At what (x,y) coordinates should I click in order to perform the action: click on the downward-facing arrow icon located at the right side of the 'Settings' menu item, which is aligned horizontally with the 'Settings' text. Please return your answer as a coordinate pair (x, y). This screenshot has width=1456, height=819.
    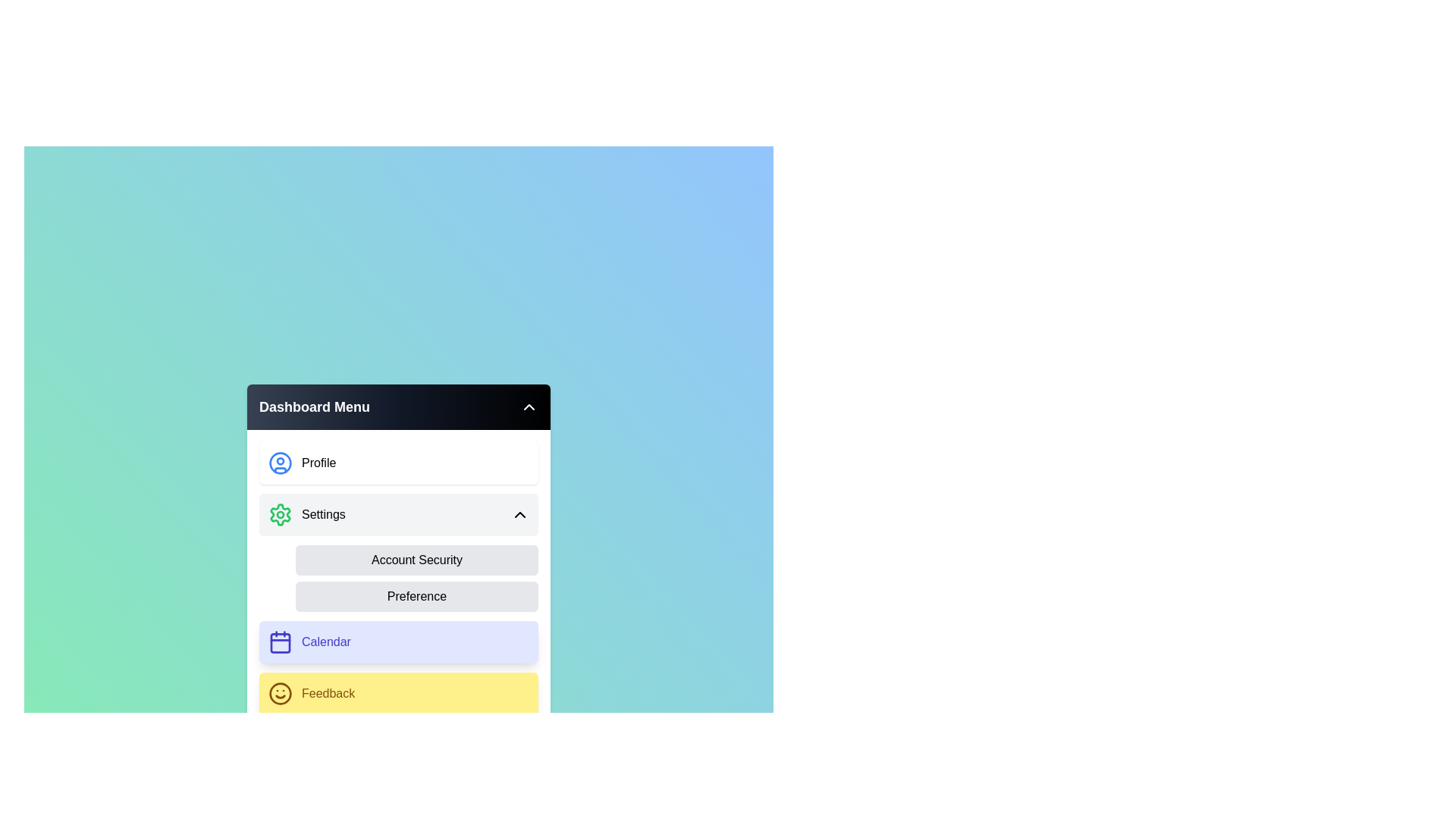
    Looking at the image, I should click on (520, 513).